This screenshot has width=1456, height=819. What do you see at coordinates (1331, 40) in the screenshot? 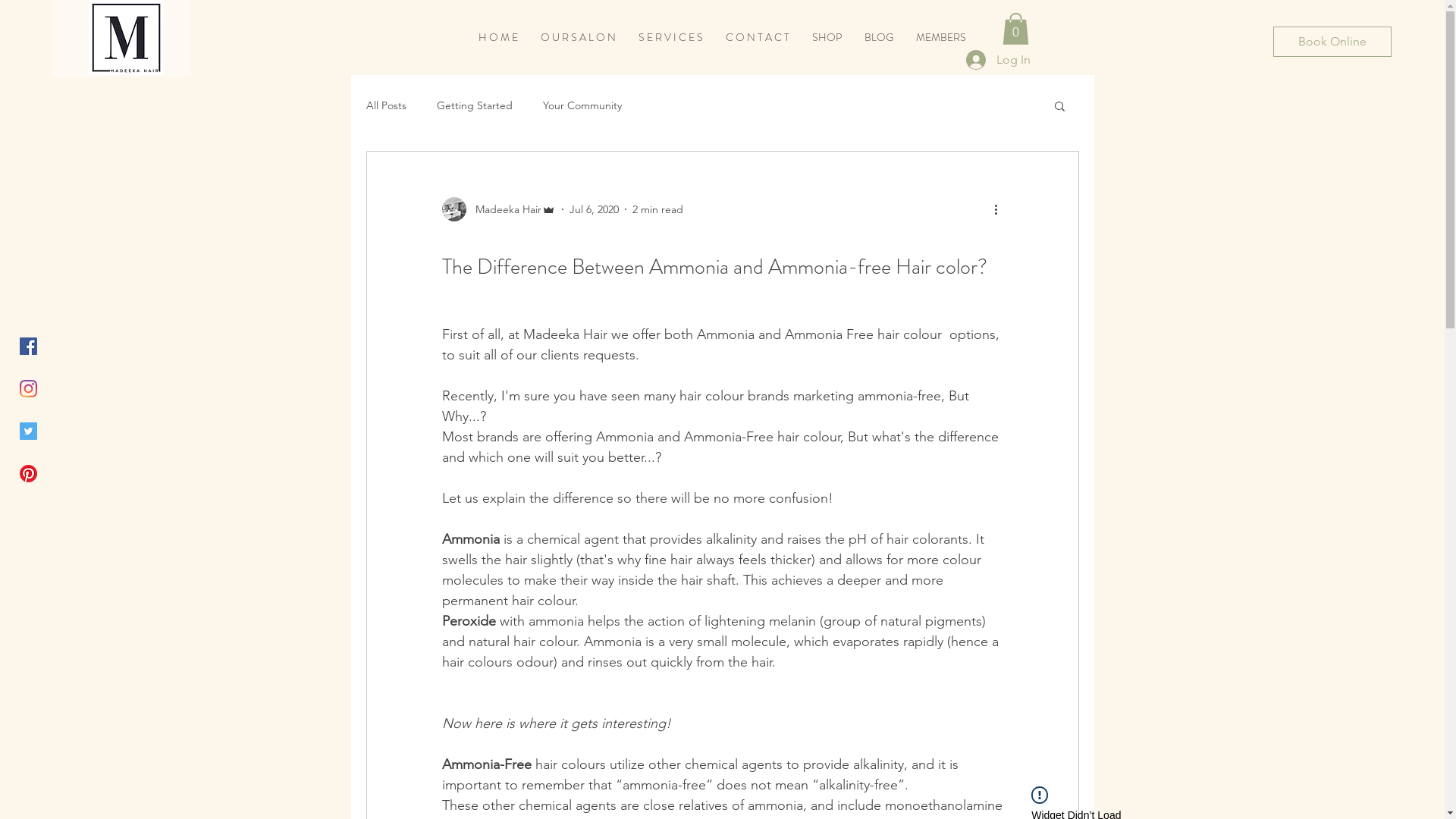
I see `'Book Online'` at bounding box center [1331, 40].